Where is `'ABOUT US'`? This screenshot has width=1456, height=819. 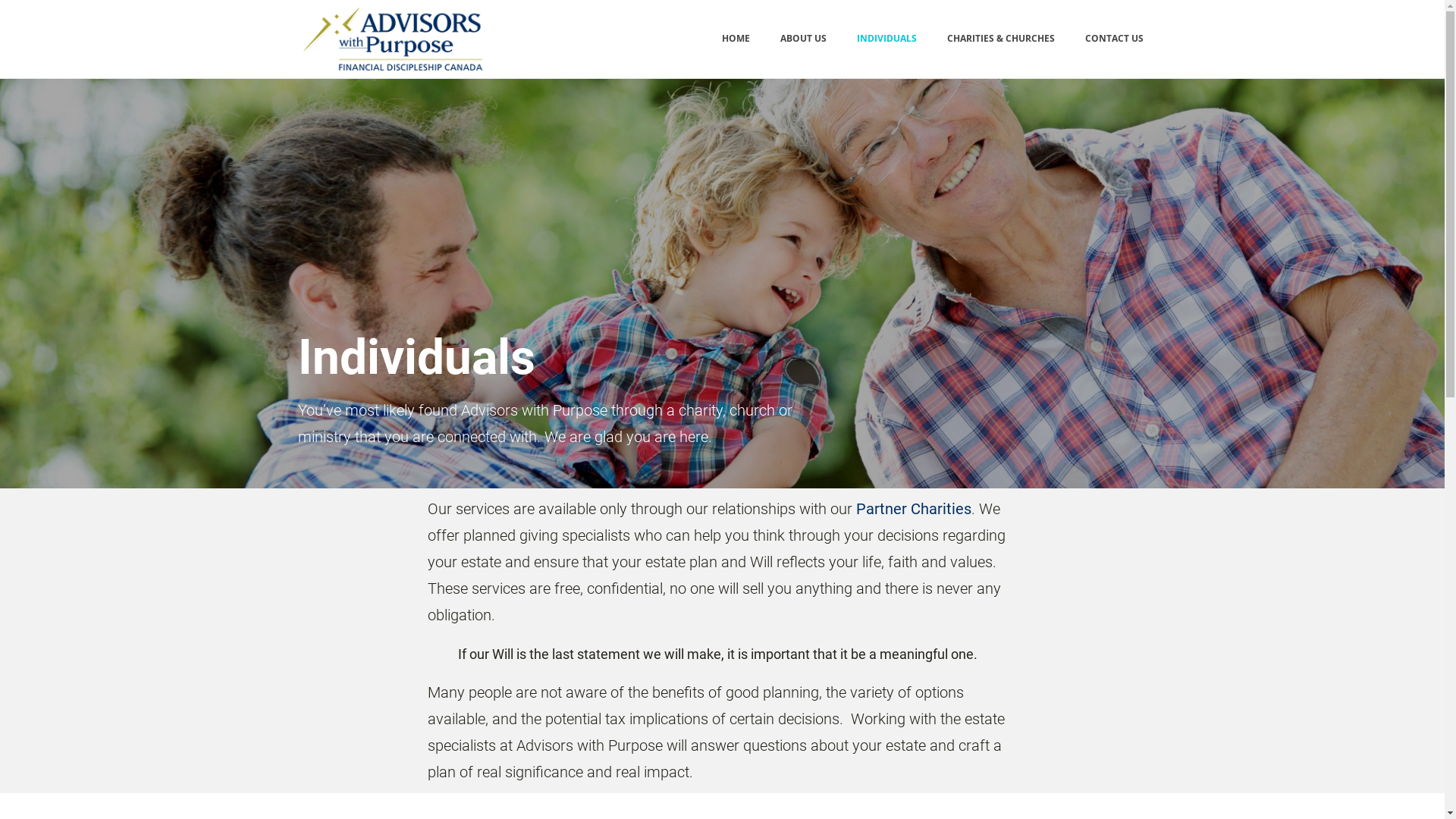
'ABOUT US' is located at coordinates (802, 38).